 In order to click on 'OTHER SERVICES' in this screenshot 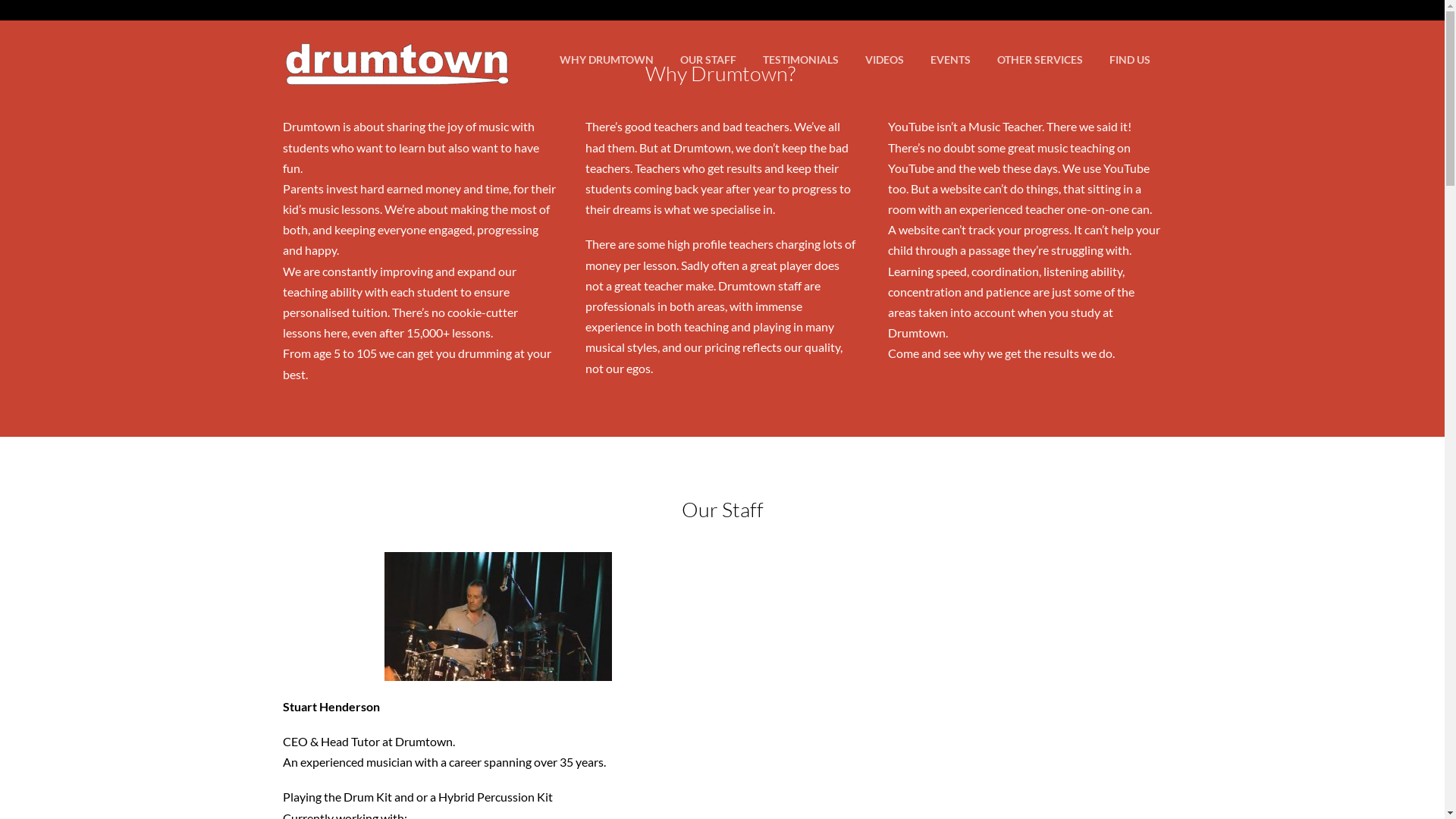, I will do `click(1038, 59)`.